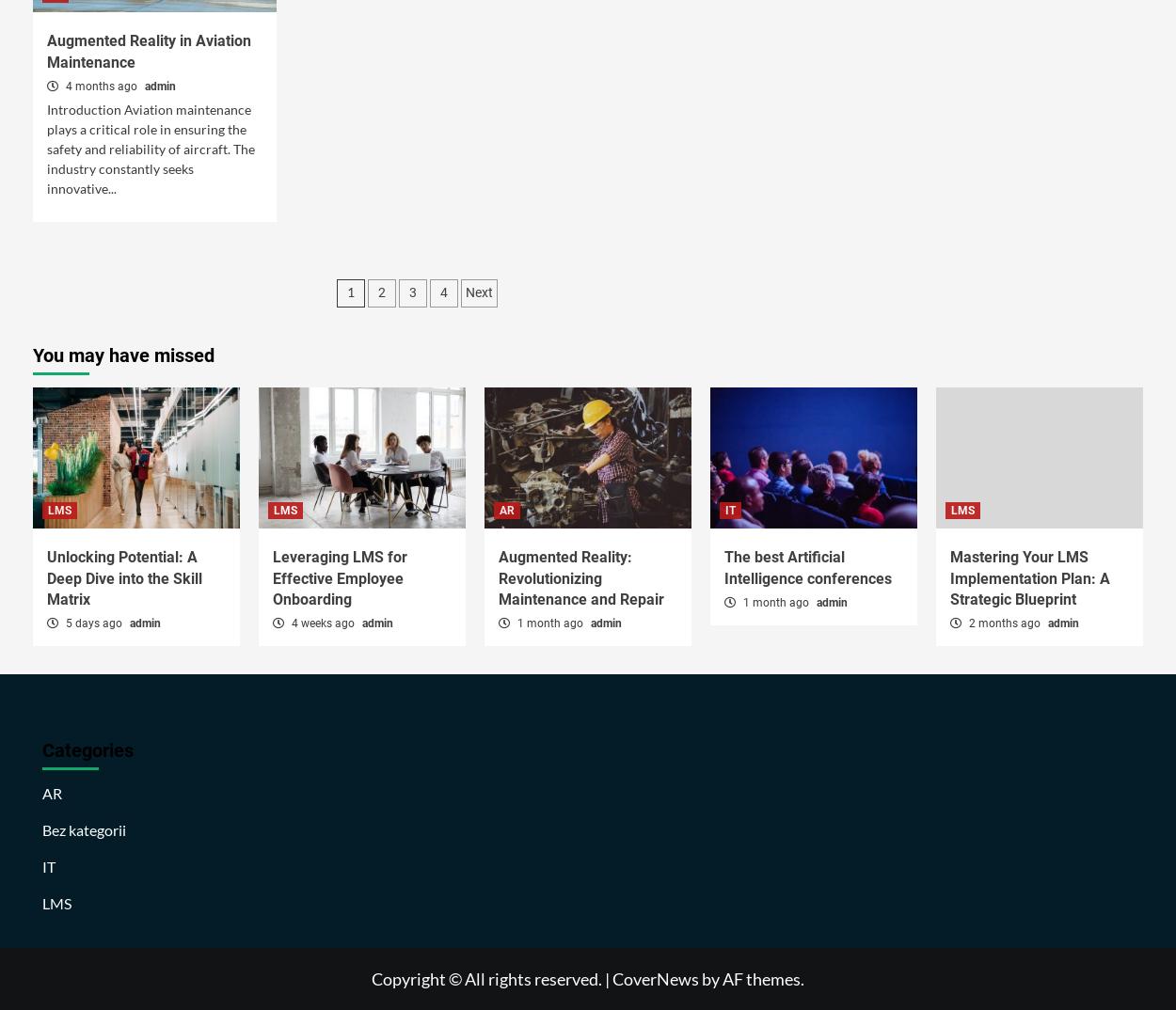  I want to click on '5 days ago', so click(93, 622).